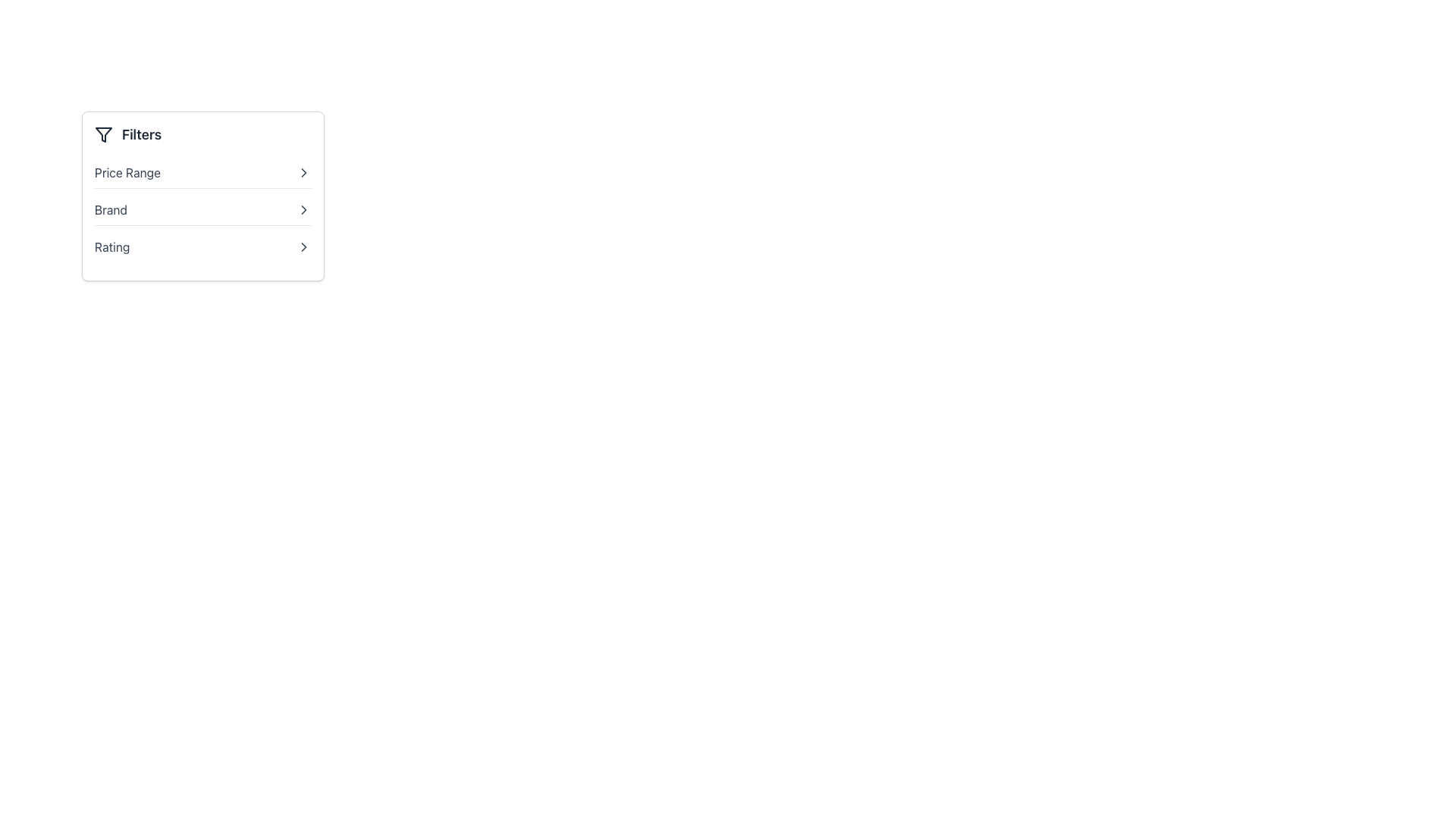 The width and height of the screenshot is (1456, 819). I want to click on the 'Brand' text label within the clickable filter option, so click(110, 210).